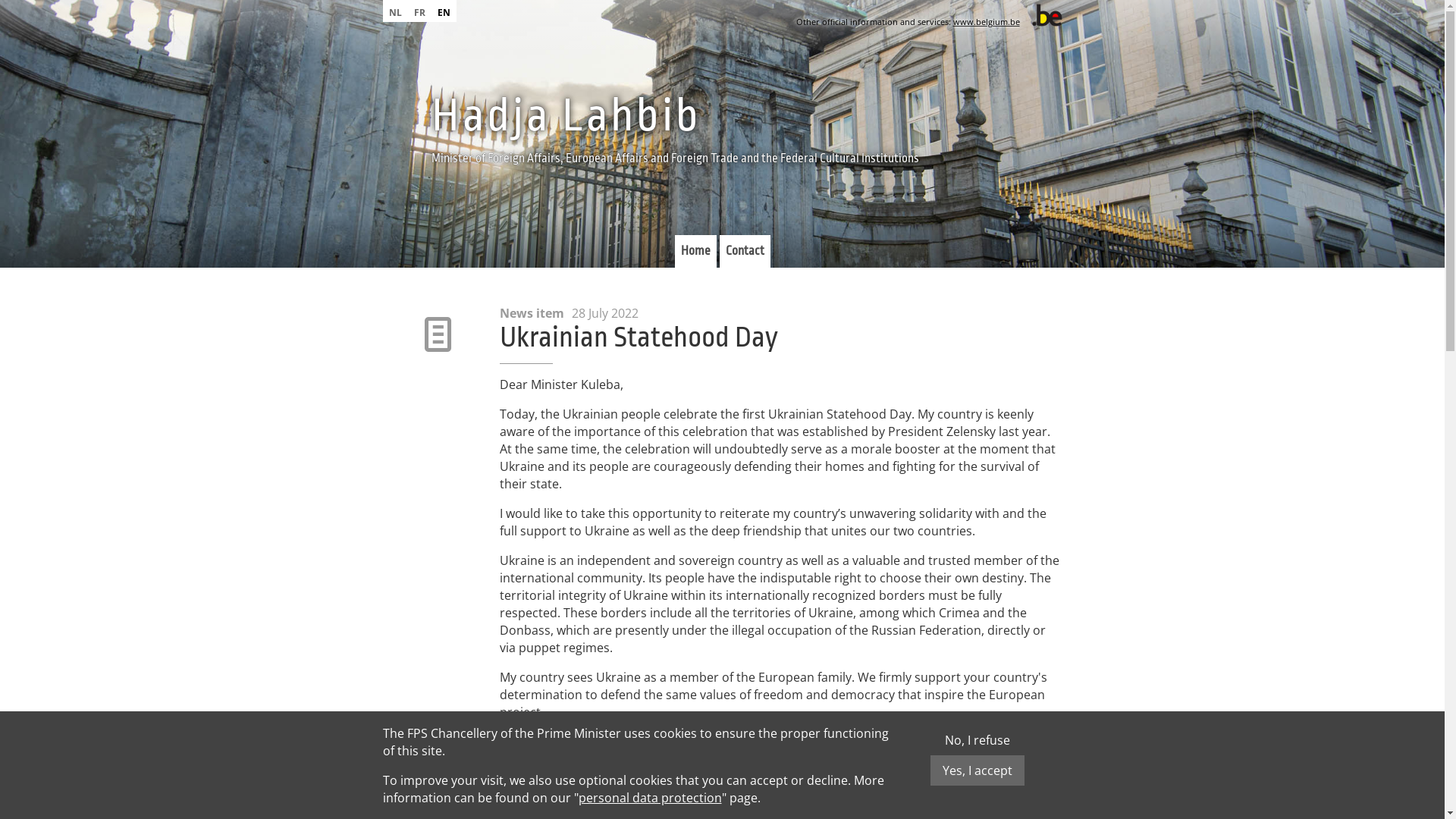 Image resolution: width=1456 pixels, height=819 pixels. I want to click on 'Home', so click(695, 250).